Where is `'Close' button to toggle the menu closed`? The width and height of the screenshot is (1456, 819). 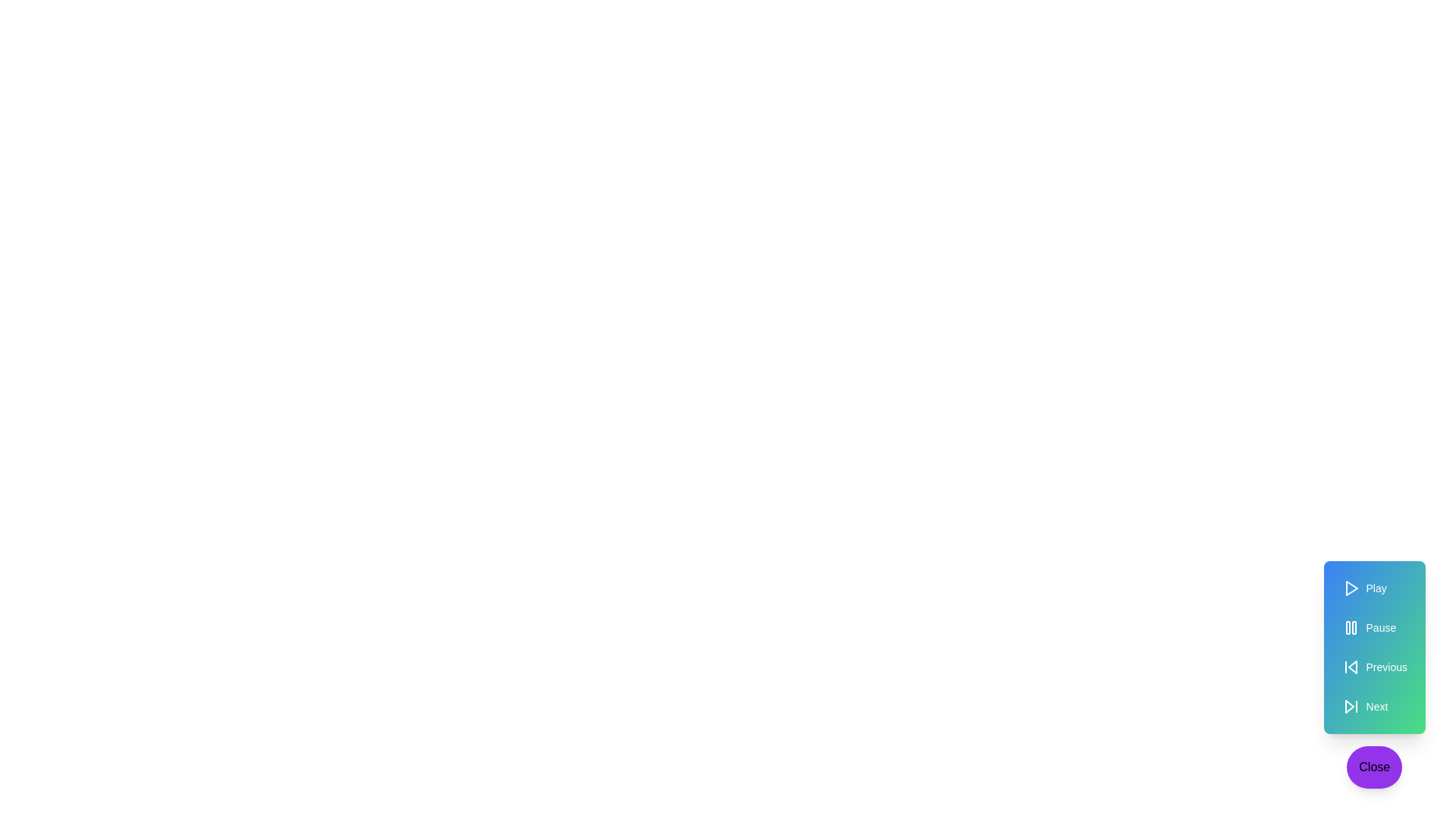 'Close' button to toggle the menu closed is located at coordinates (1374, 767).